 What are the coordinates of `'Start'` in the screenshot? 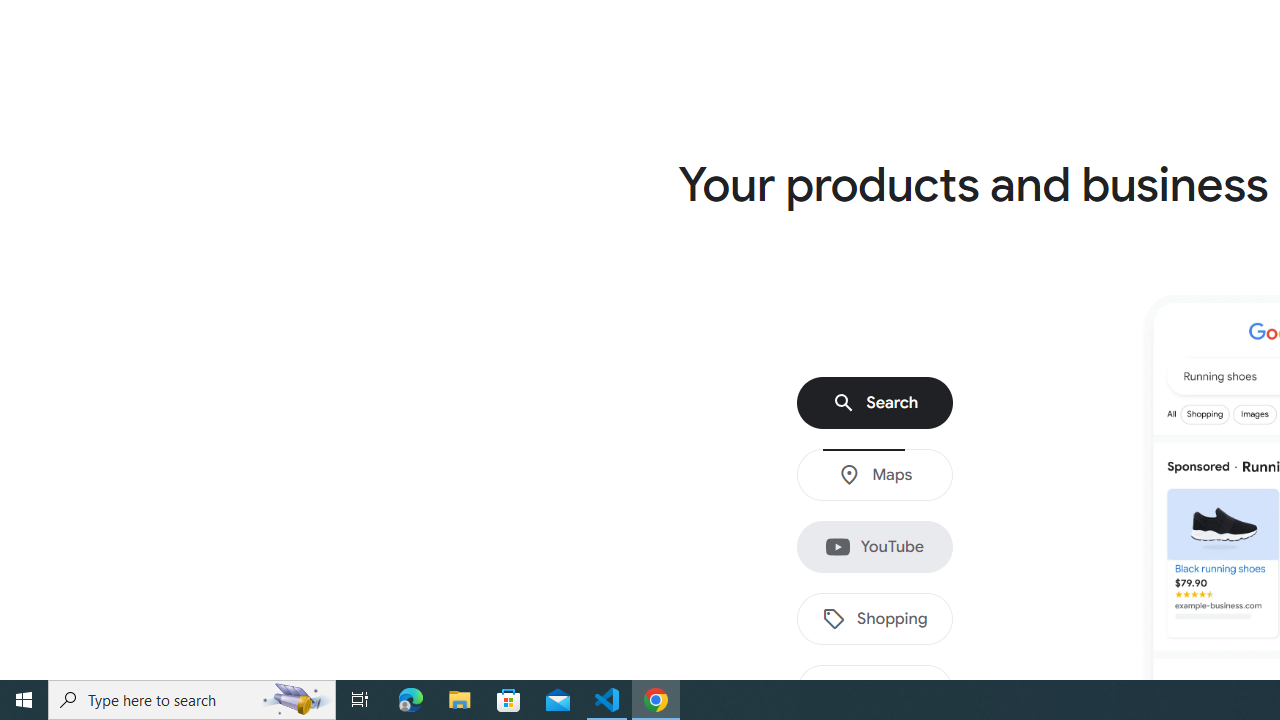 It's located at (24, 698).